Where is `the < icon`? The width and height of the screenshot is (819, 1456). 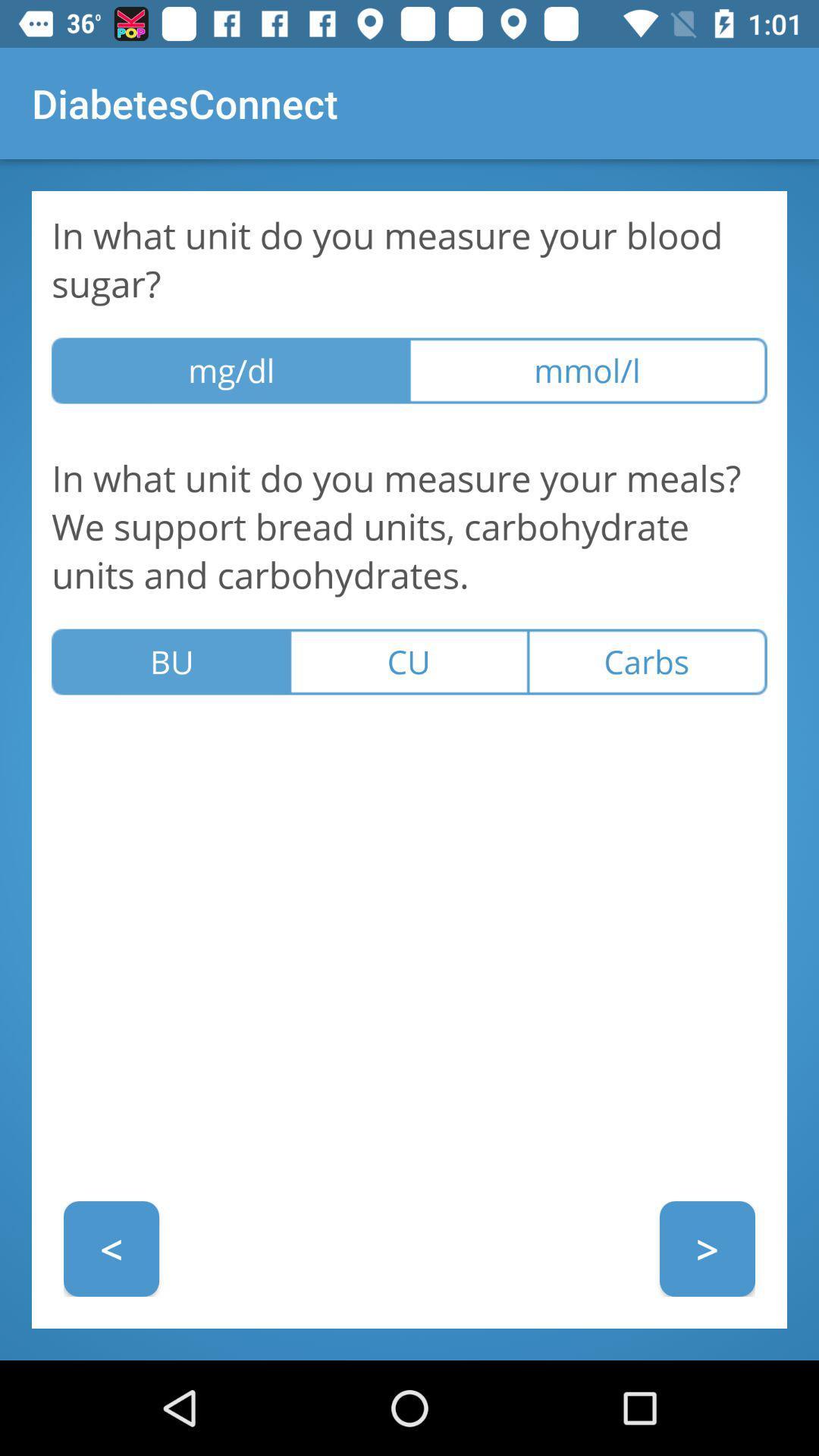
the < icon is located at coordinates (110, 1248).